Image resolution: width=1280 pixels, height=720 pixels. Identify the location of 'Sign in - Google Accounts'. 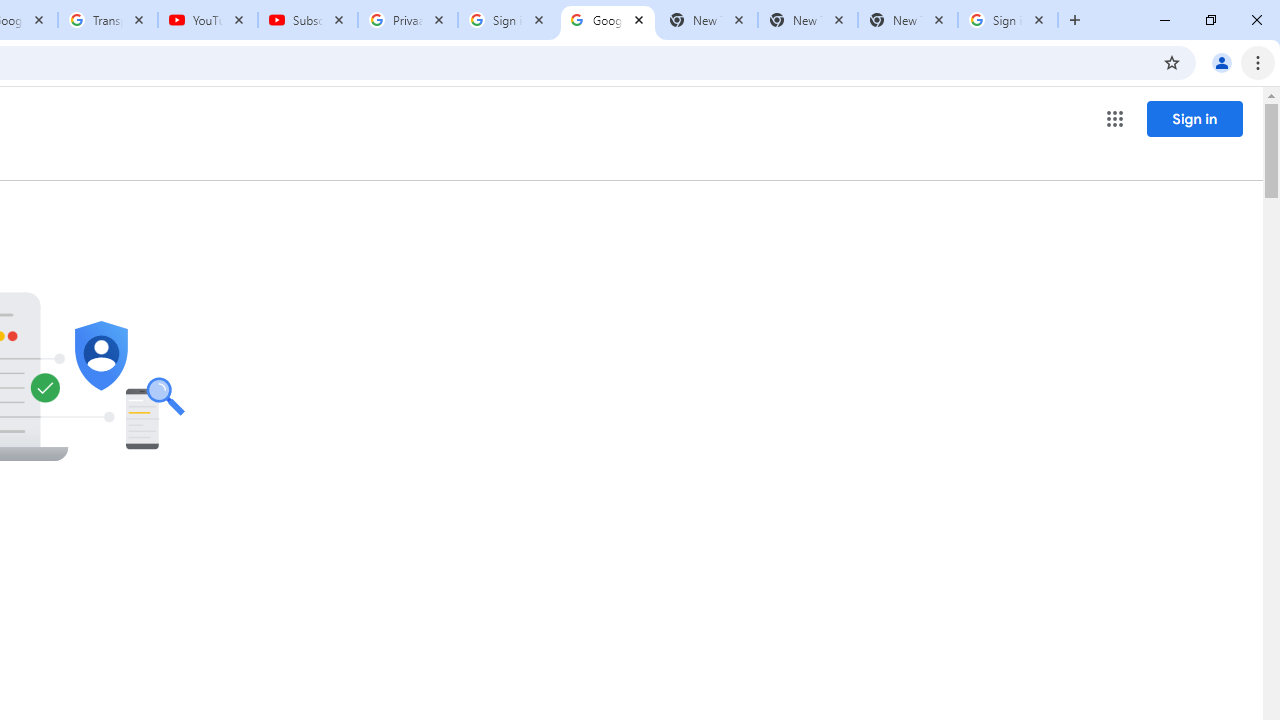
(1008, 20).